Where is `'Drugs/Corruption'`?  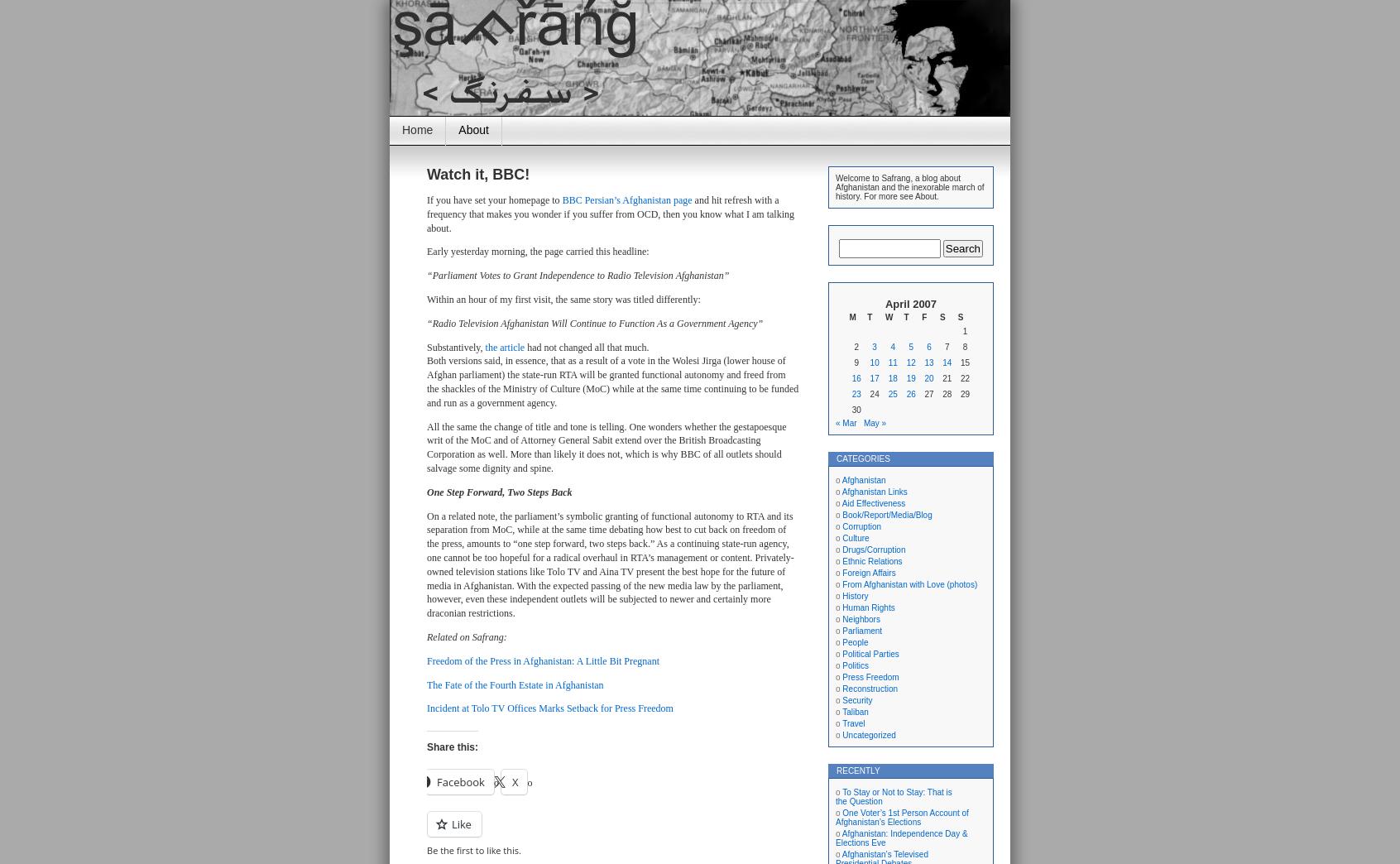 'Drugs/Corruption' is located at coordinates (872, 549).